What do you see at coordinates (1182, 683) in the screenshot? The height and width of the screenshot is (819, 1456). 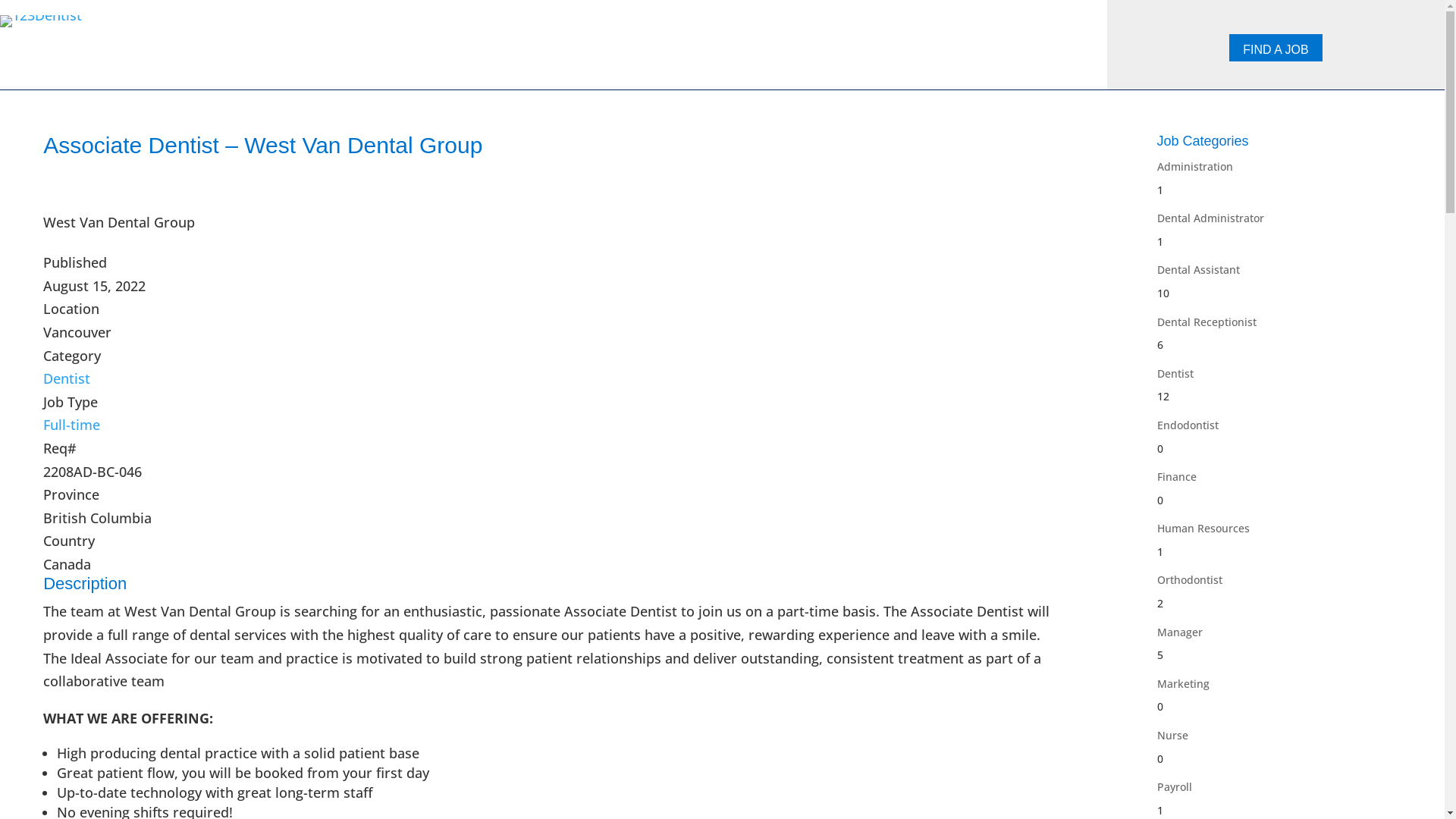 I see `'Marketing'` at bounding box center [1182, 683].